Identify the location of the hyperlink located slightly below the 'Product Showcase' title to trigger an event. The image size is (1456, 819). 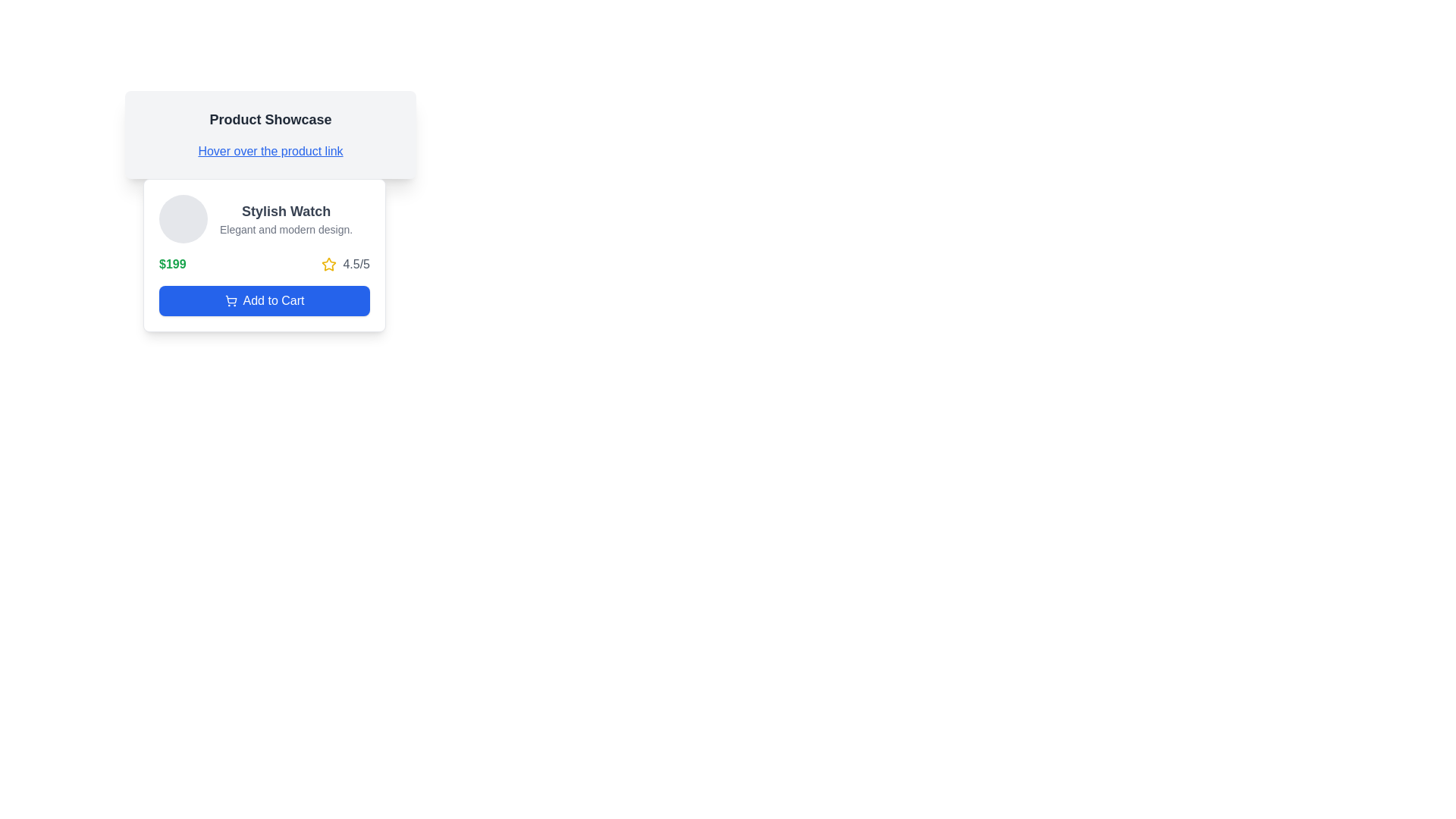
(270, 152).